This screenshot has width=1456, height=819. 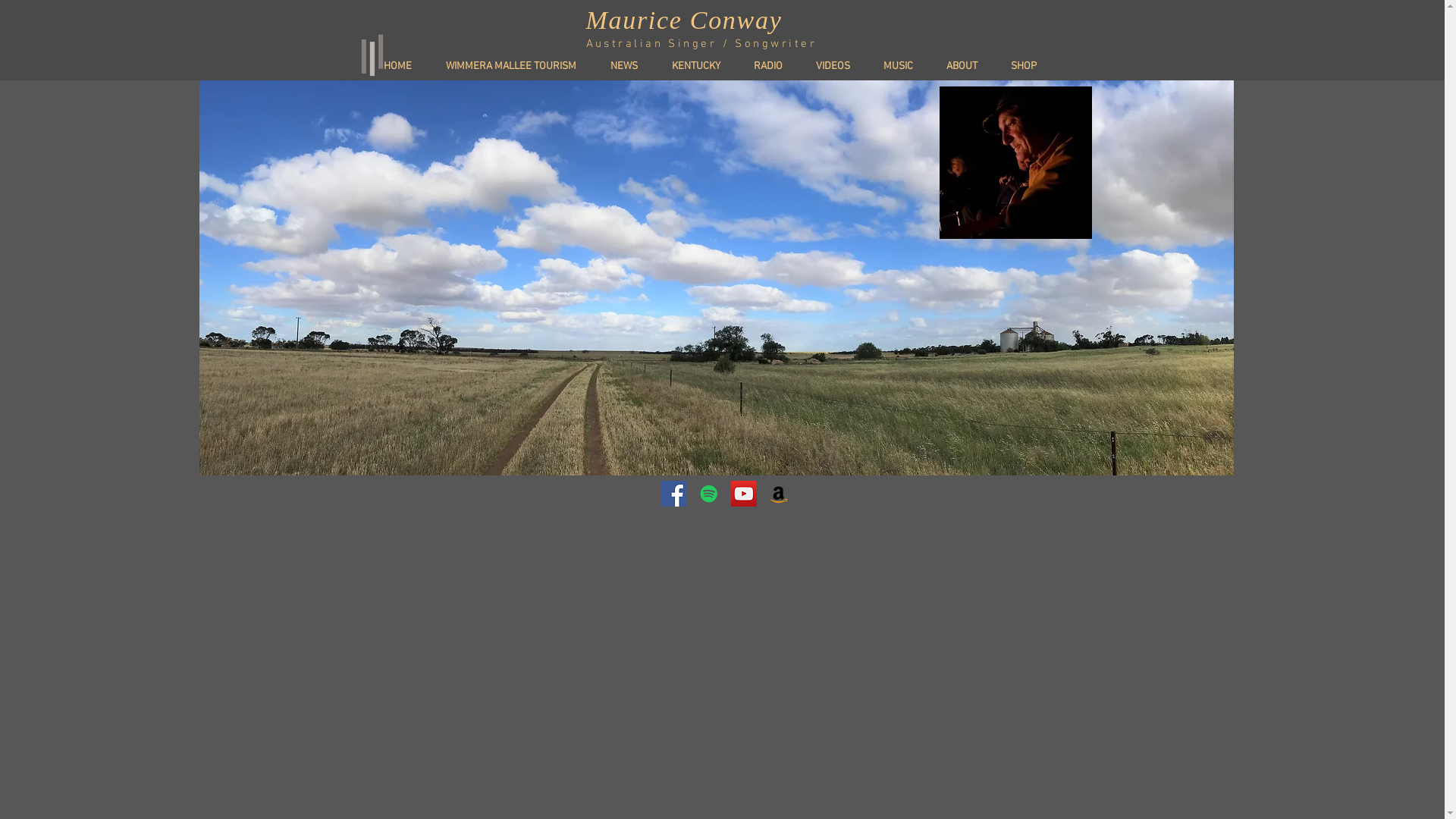 What do you see at coordinates (372, 66) in the screenshot?
I see `'HOME'` at bounding box center [372, 66].